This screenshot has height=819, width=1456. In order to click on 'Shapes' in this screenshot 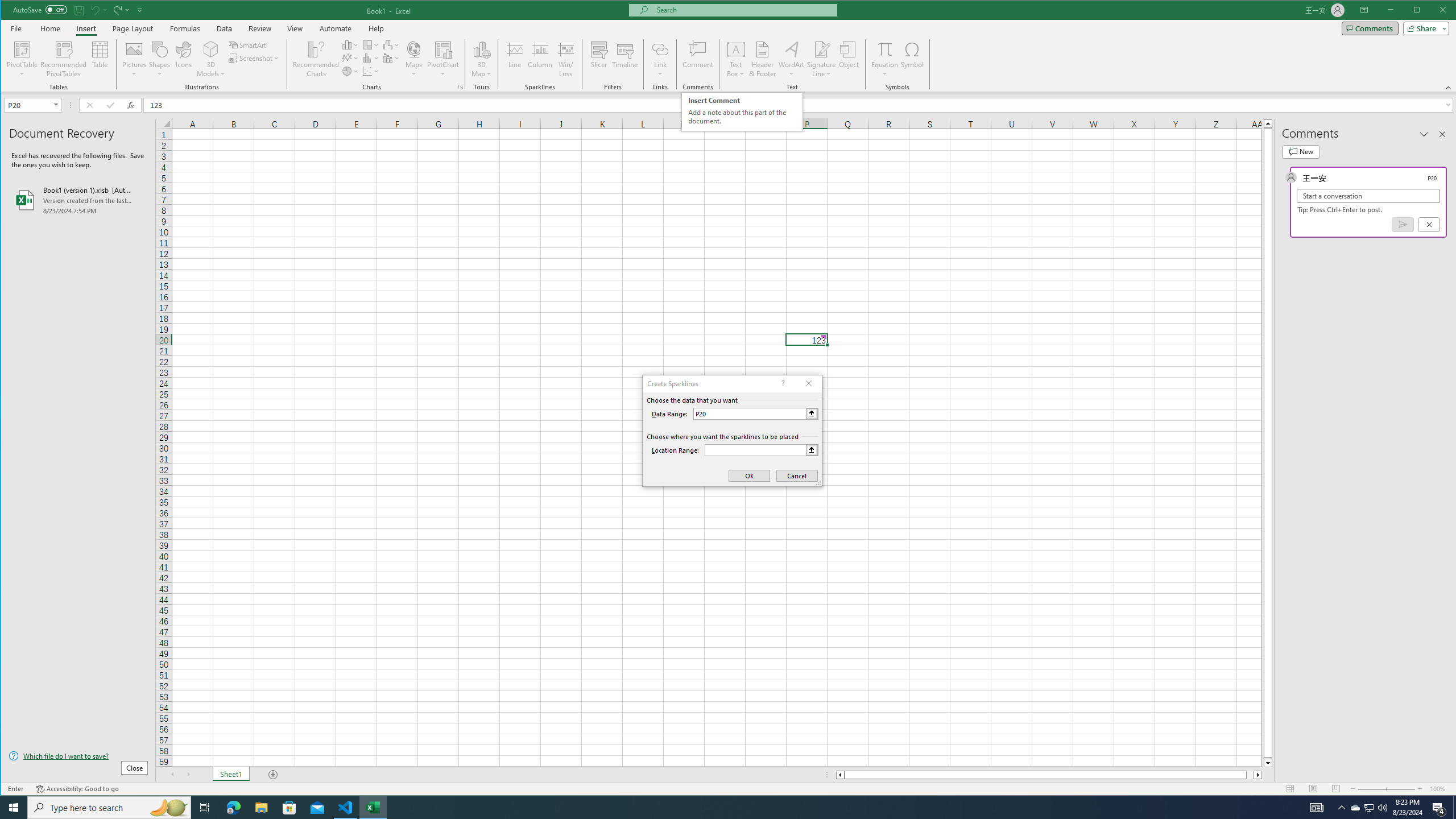, I will do `click(160, 59)`.